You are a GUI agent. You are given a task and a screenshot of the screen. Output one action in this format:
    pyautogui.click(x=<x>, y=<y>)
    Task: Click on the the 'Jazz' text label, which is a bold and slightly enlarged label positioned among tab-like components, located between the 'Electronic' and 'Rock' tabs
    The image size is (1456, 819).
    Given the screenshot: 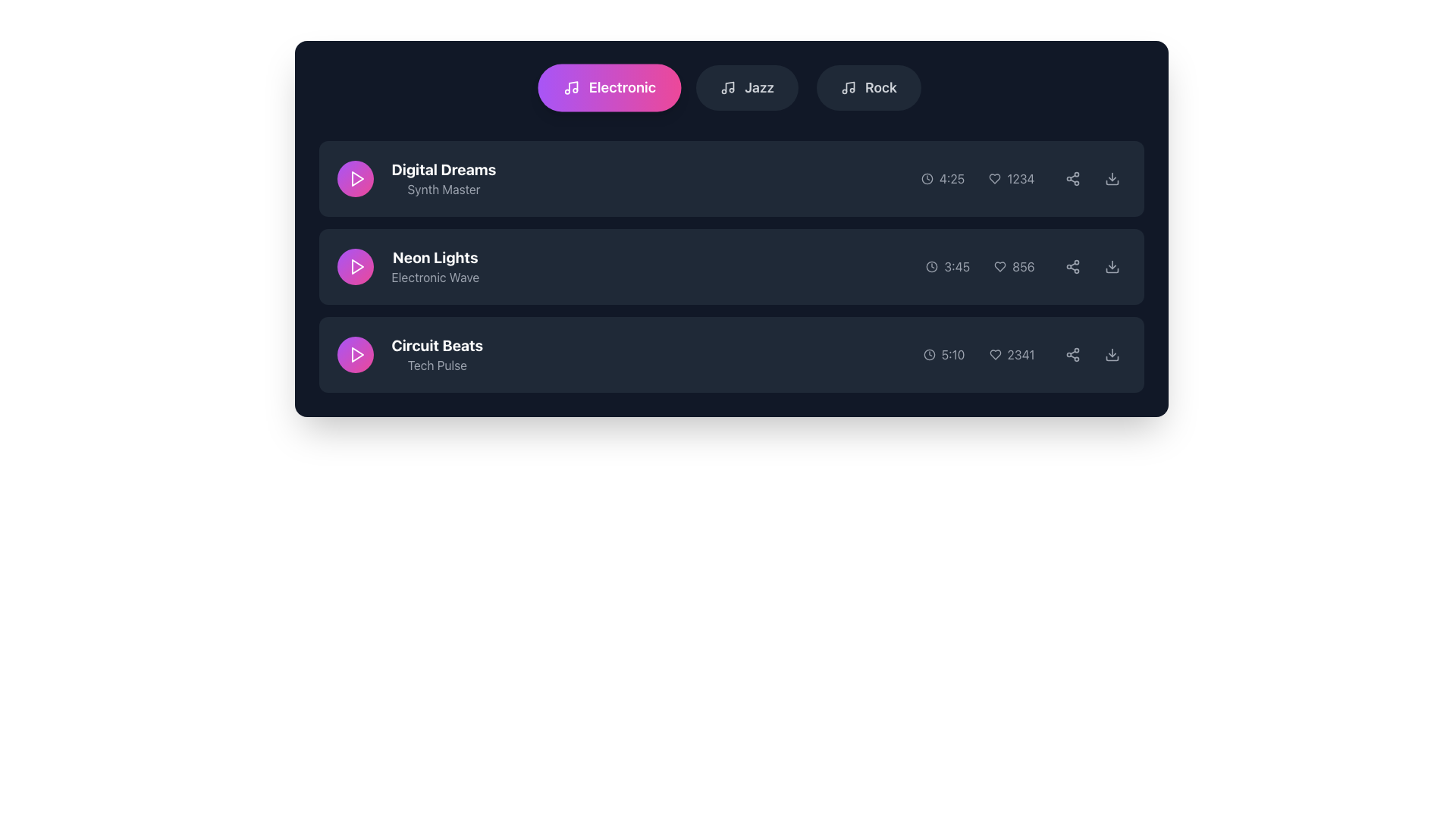 What is the action you would take?
    pyautogui.click(x=759, y=87)
    